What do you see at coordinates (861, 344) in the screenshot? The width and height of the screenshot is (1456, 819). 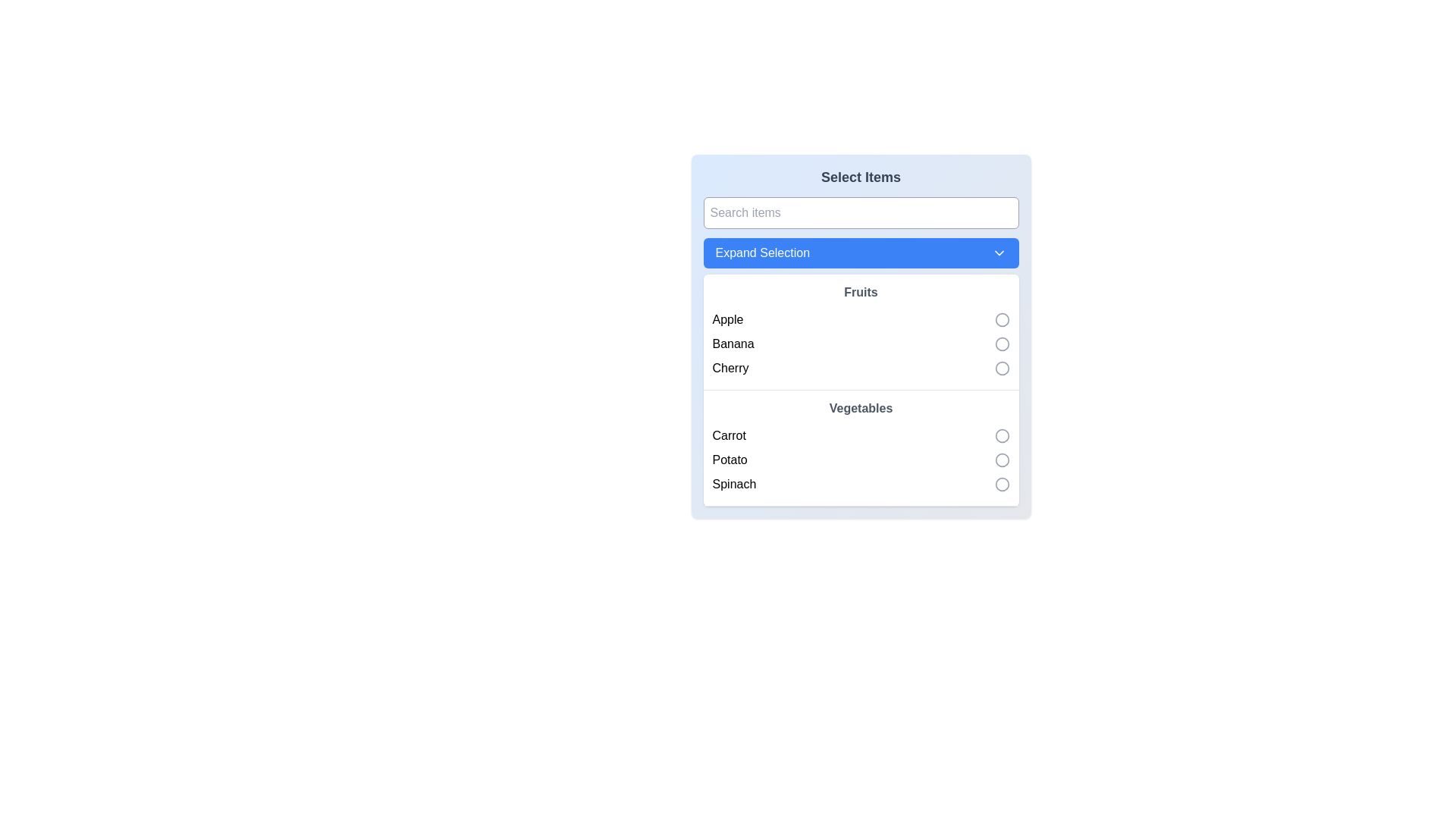 I see `the radio button of the second item in the 'Fruits' section of the selectable list` at bounding box center [861, 344].